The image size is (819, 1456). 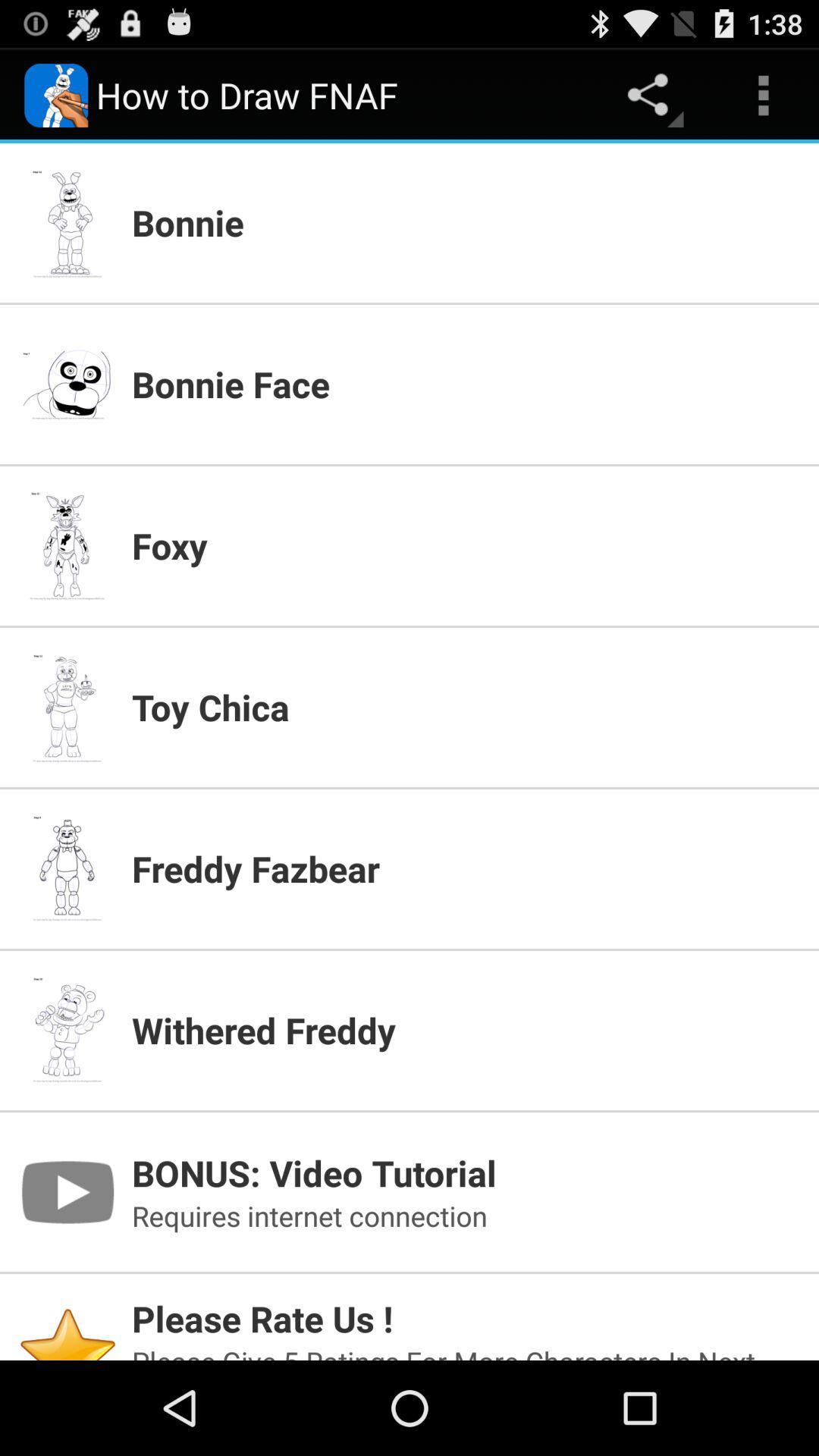 What do you see at coordinates (465, 1216) in the screenshot?
I see `the item above please rate us !` at bounding box center [465, 1216].